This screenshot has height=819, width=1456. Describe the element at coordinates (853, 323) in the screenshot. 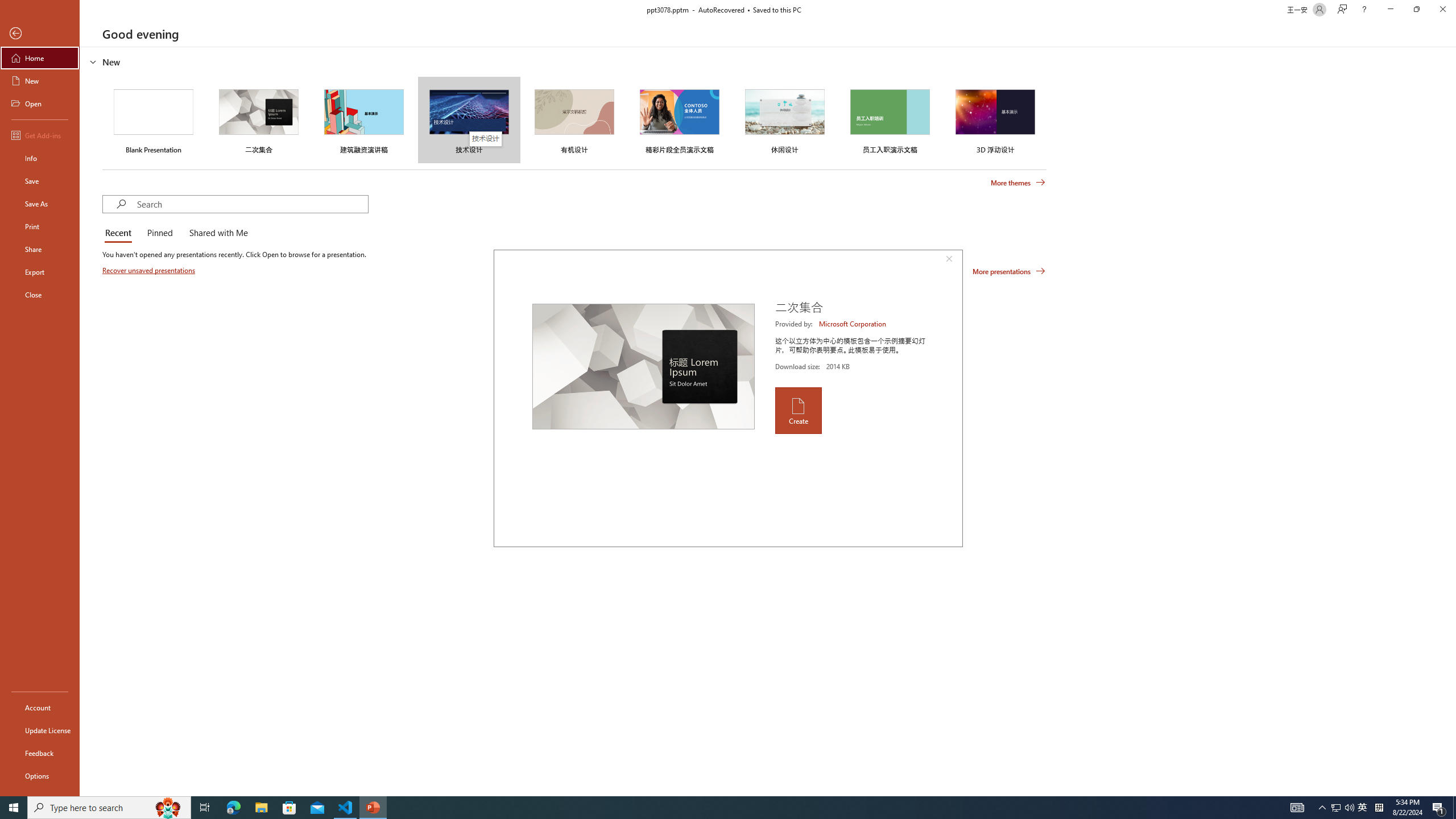

I see `'Microsoft Corporation'` at that location.